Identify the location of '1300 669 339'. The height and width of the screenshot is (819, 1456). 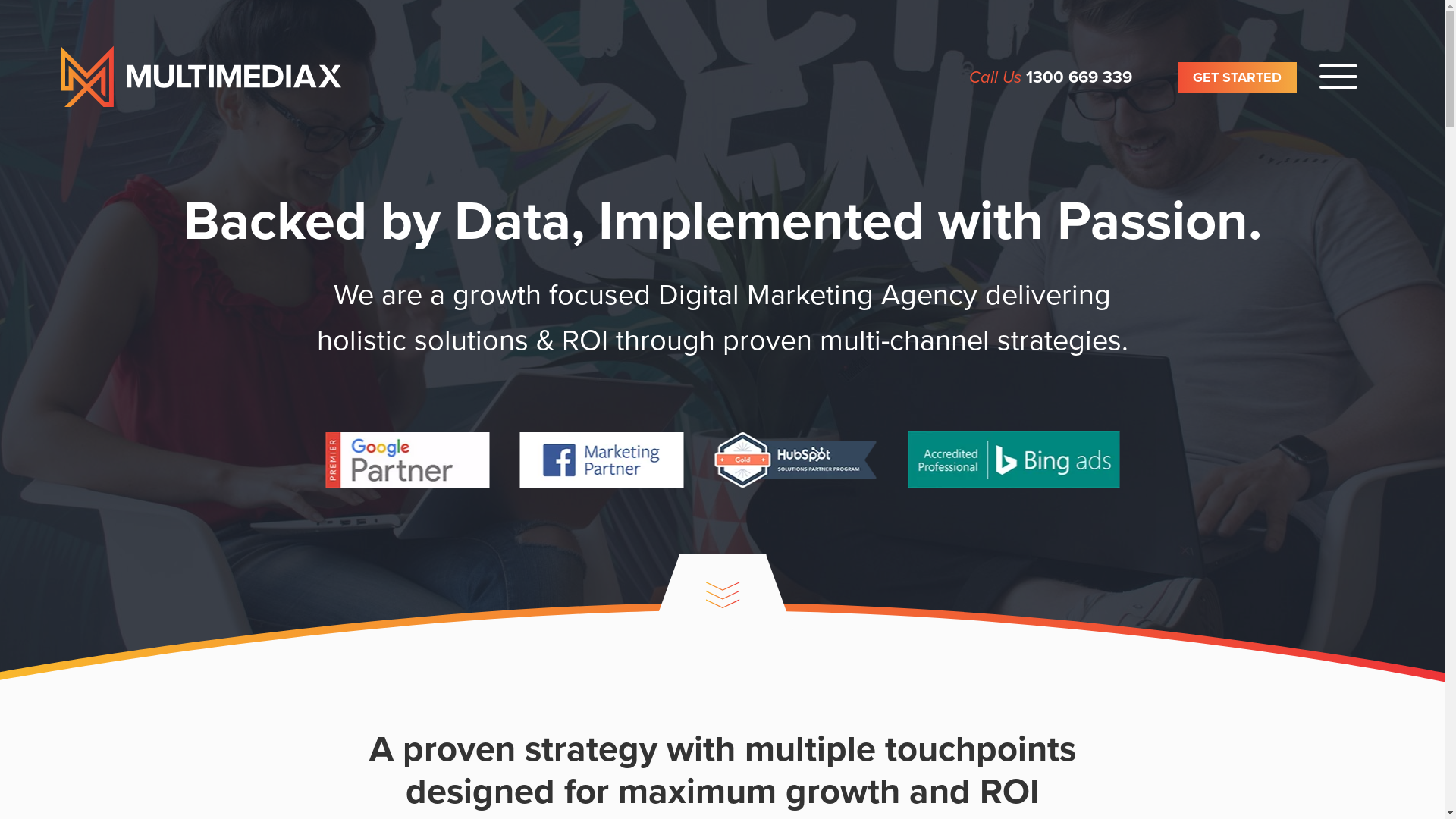
(1078, 77).